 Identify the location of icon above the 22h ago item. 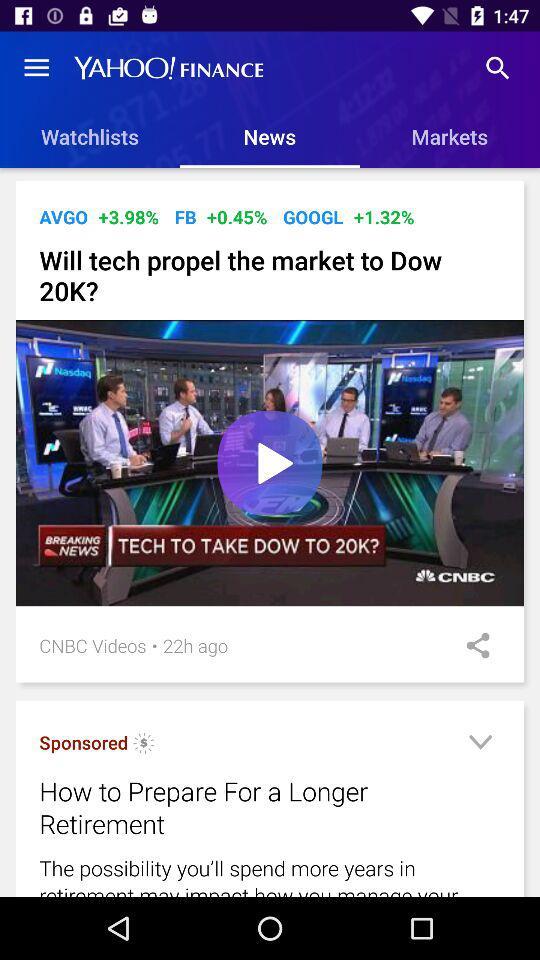
(270, 463).